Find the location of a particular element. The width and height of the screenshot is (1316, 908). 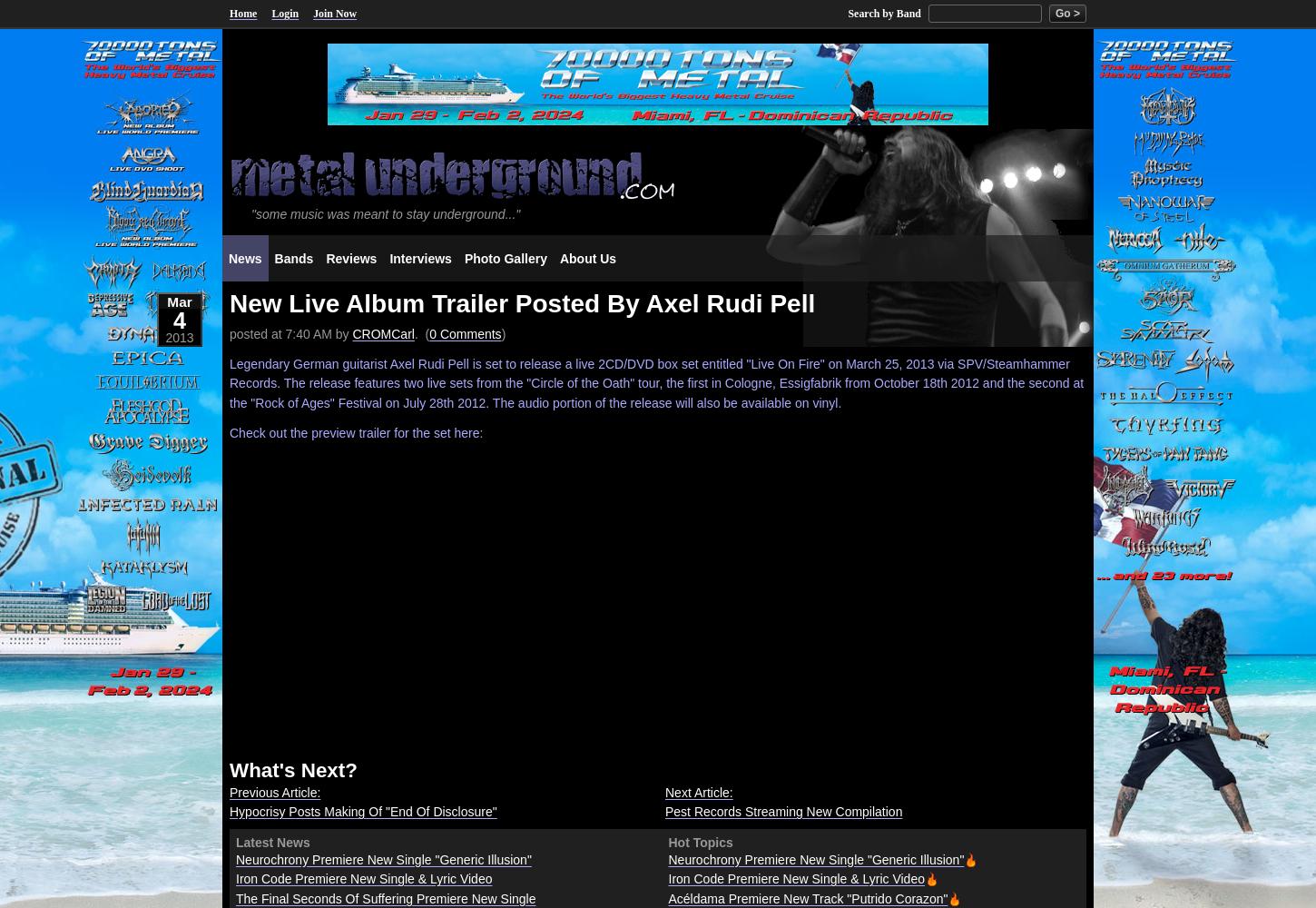

'Join Now' is located at coordinates (334, 14).